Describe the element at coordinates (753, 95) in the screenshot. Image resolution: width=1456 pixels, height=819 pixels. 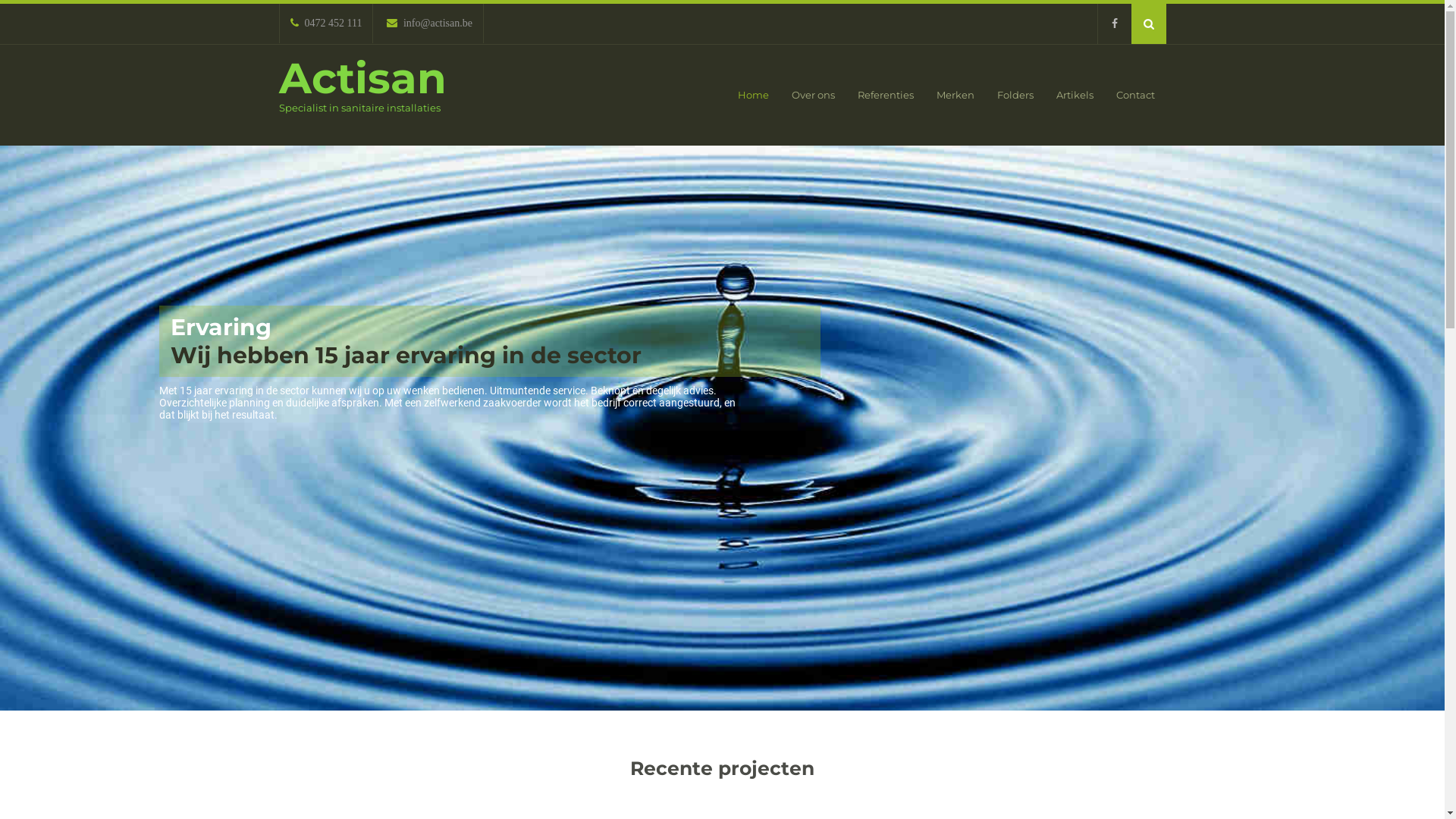
I see `'Home'` at that location.